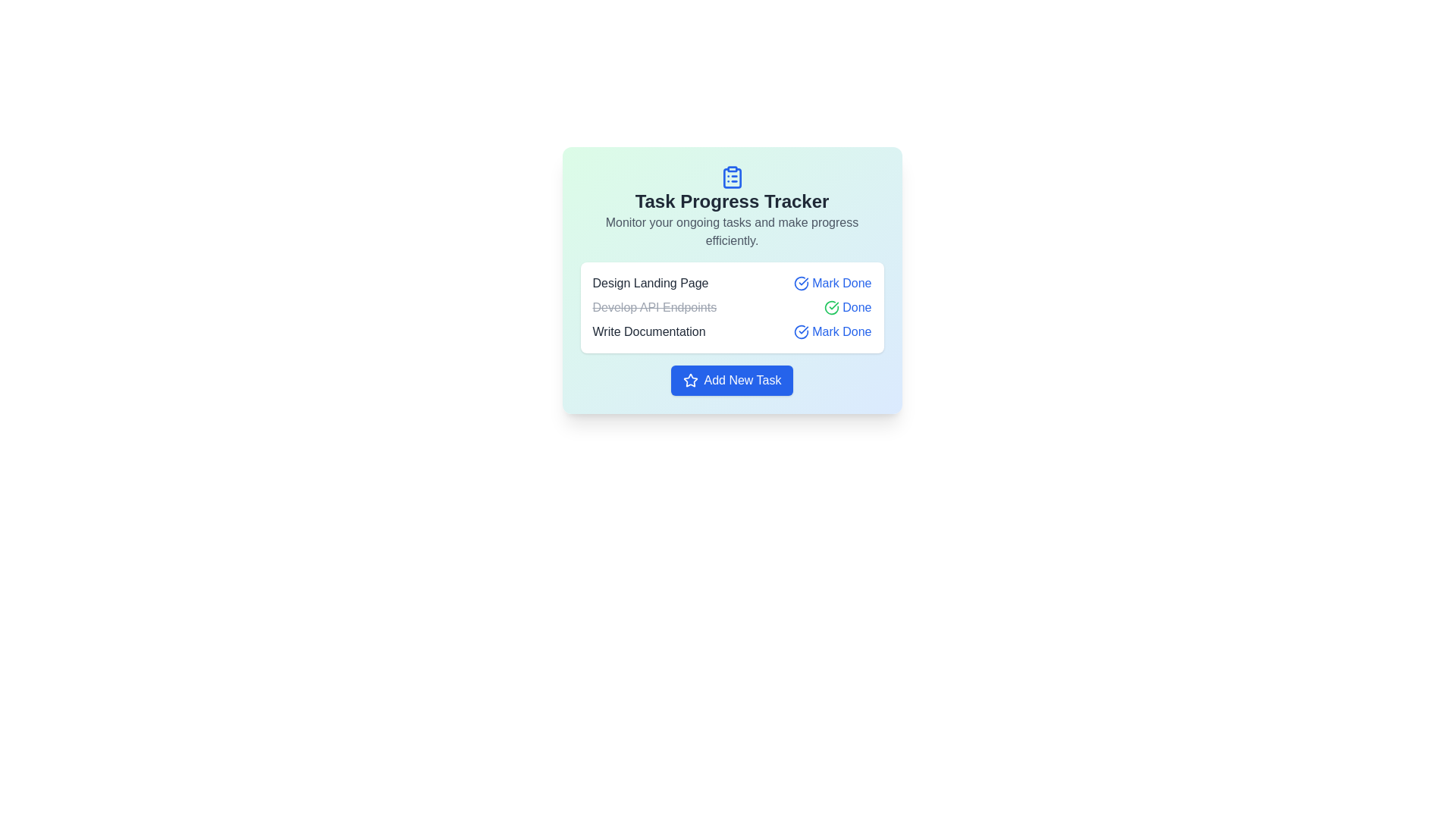  What do you see at coordinates (732, 177) in the screenshot?
I see `the clipboard icon with a checklist at the top-center of the task tracker interface` at bounding box center [732, 177].